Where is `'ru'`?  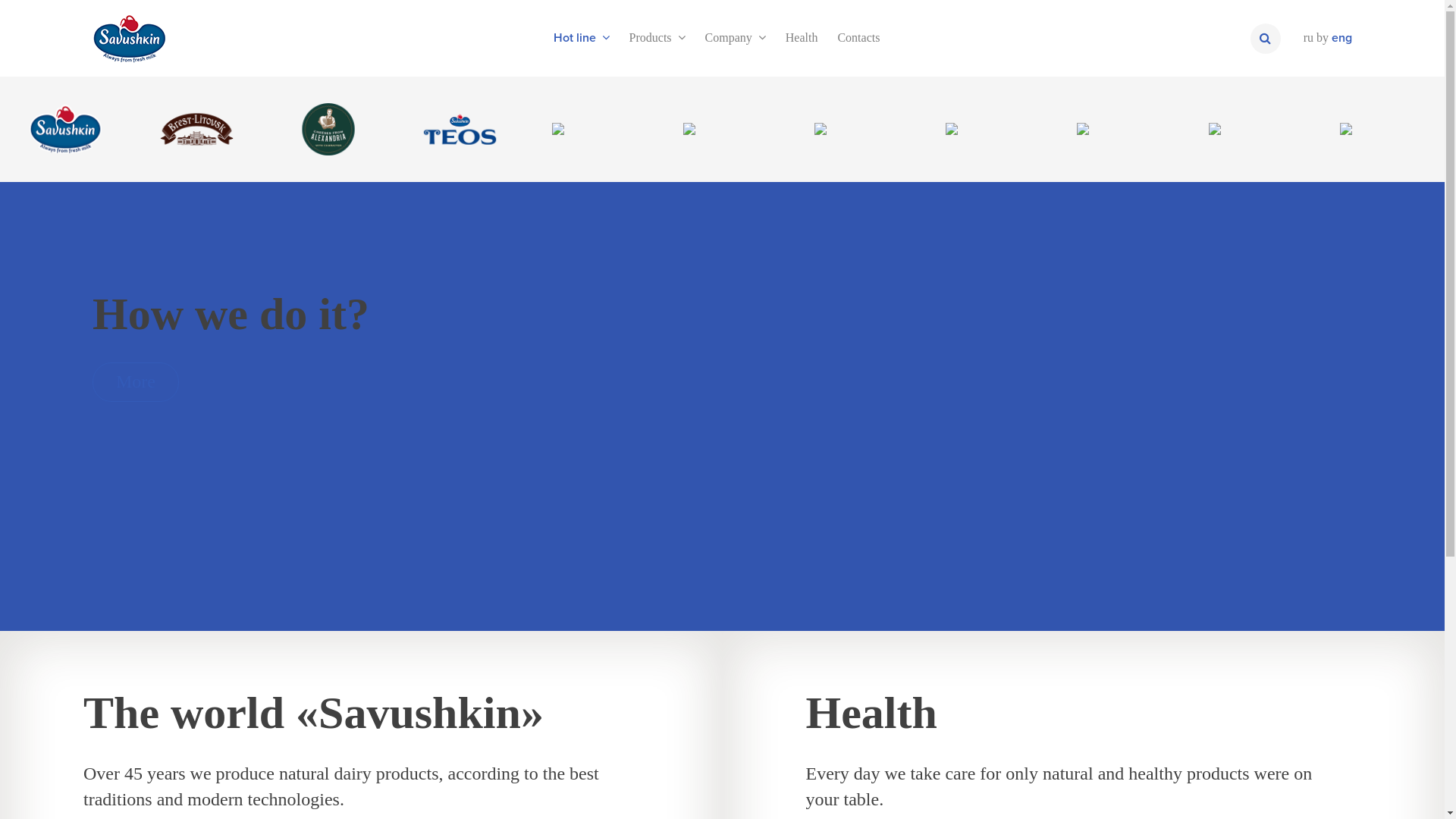 'ru' is located at coordinates (1307, 36).